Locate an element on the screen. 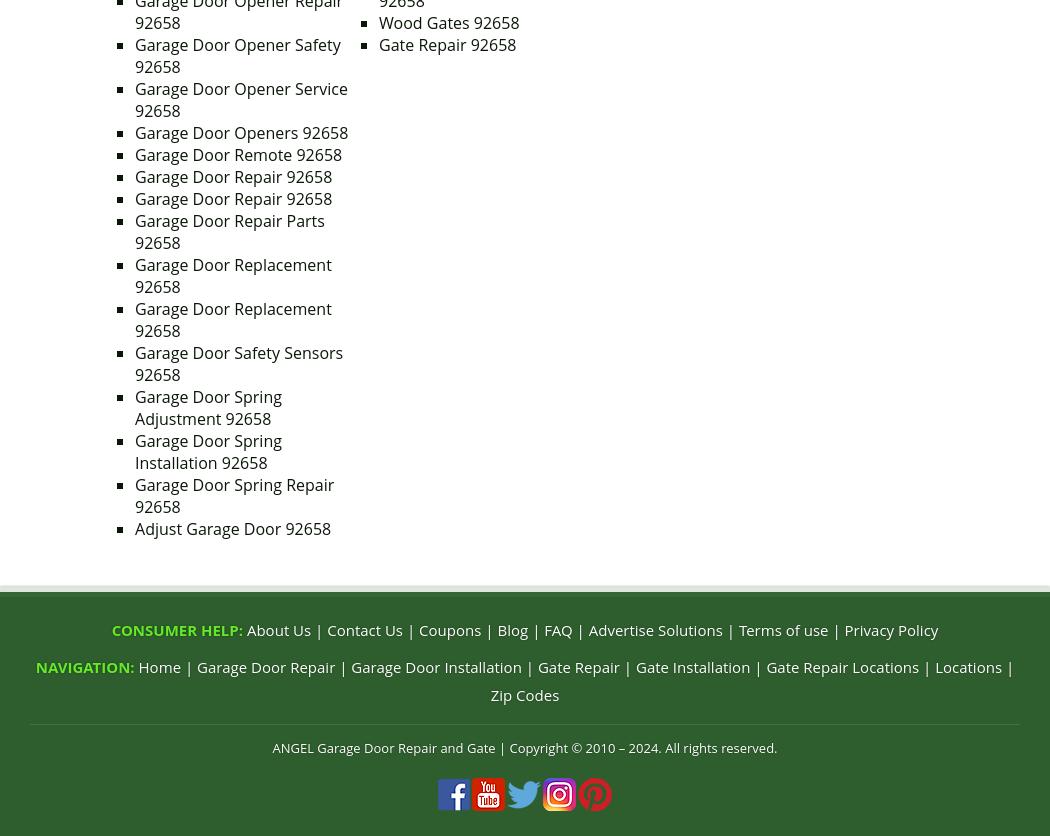  'Blog' is located at coordinates (511, 630).